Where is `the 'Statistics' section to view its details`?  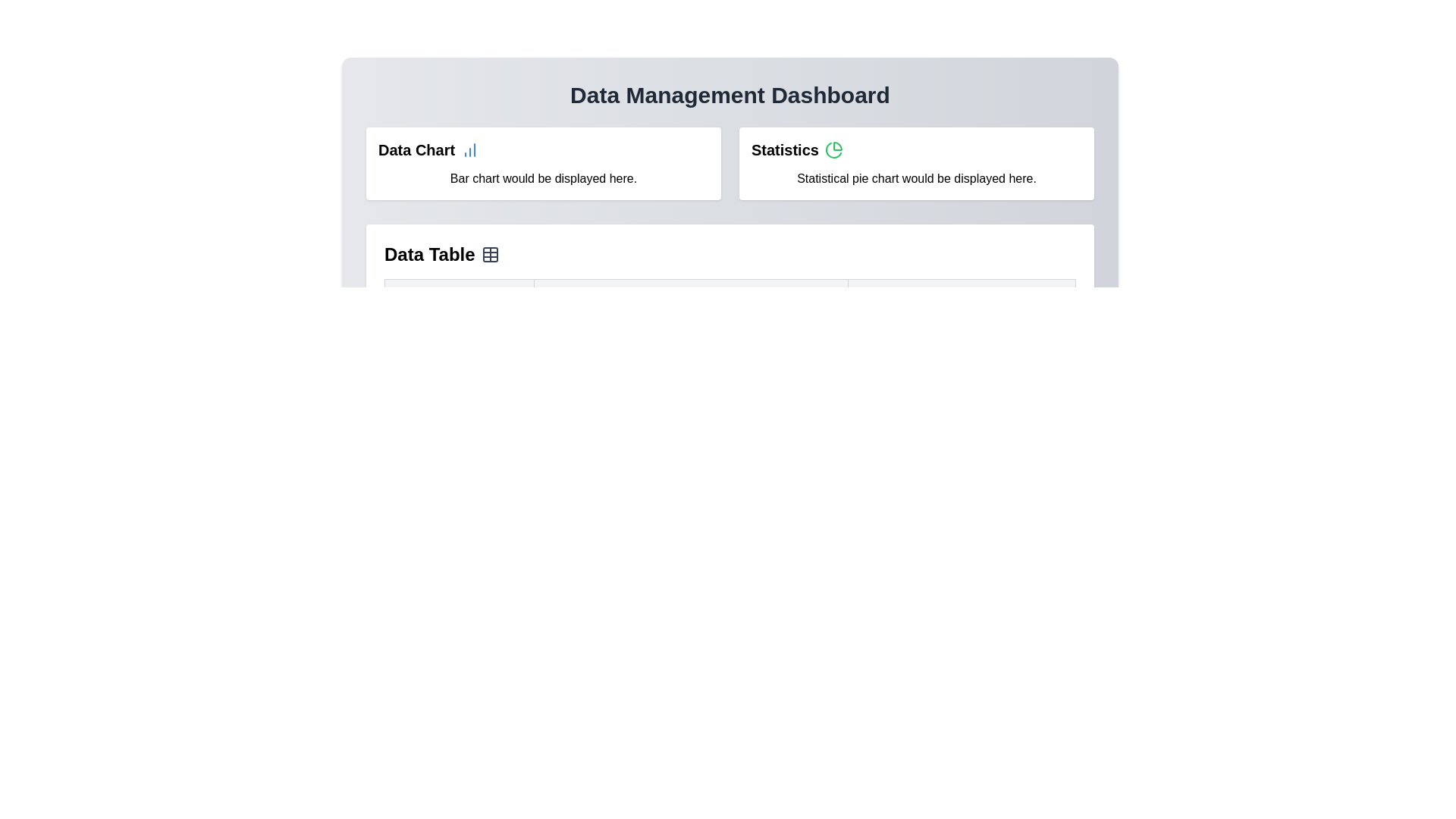
the 'Statistics' section to view its details is located at coordinates (916, 164).